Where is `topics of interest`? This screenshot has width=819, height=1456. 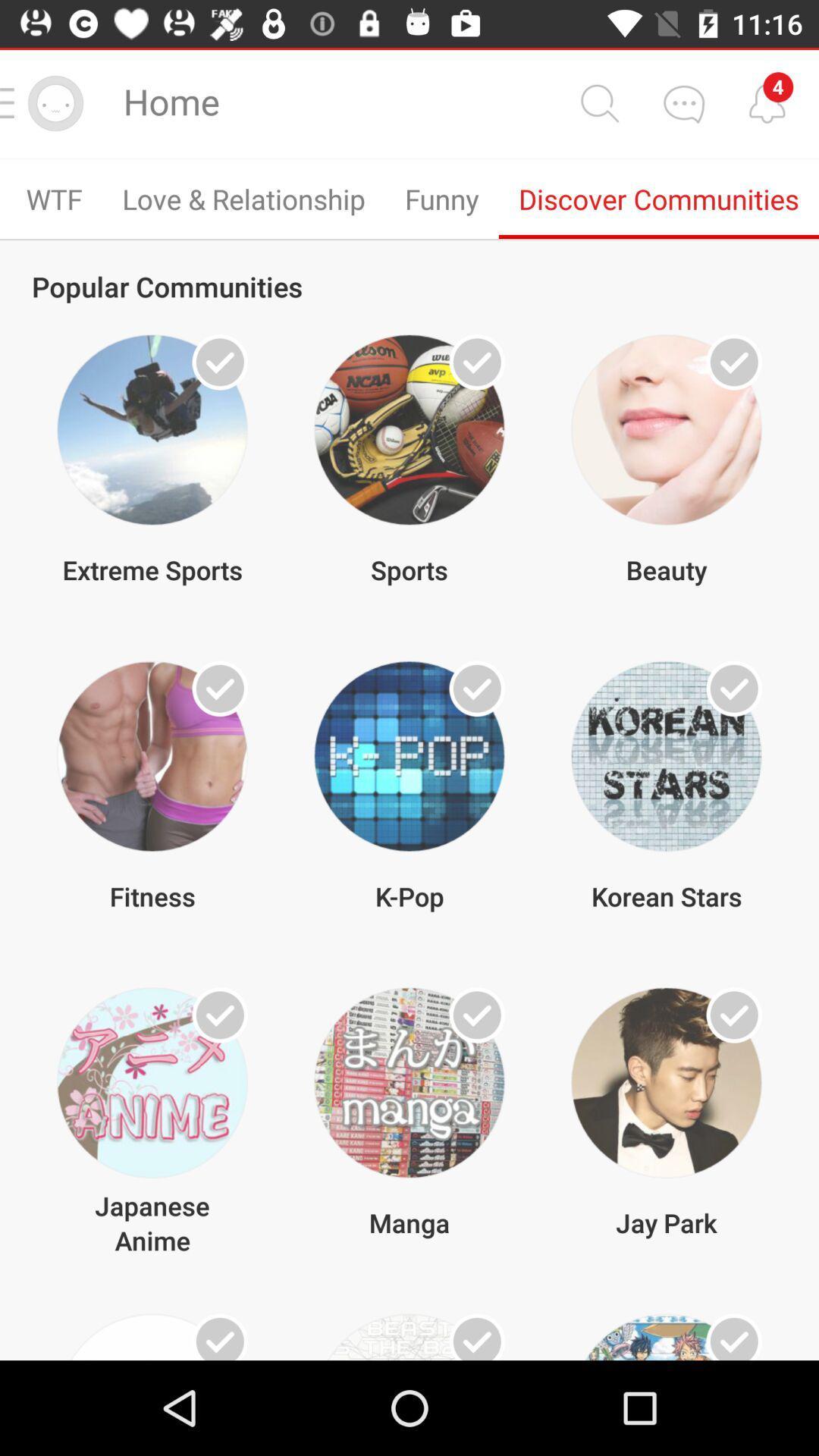
topics of interest is located at coordinates (476, 688).